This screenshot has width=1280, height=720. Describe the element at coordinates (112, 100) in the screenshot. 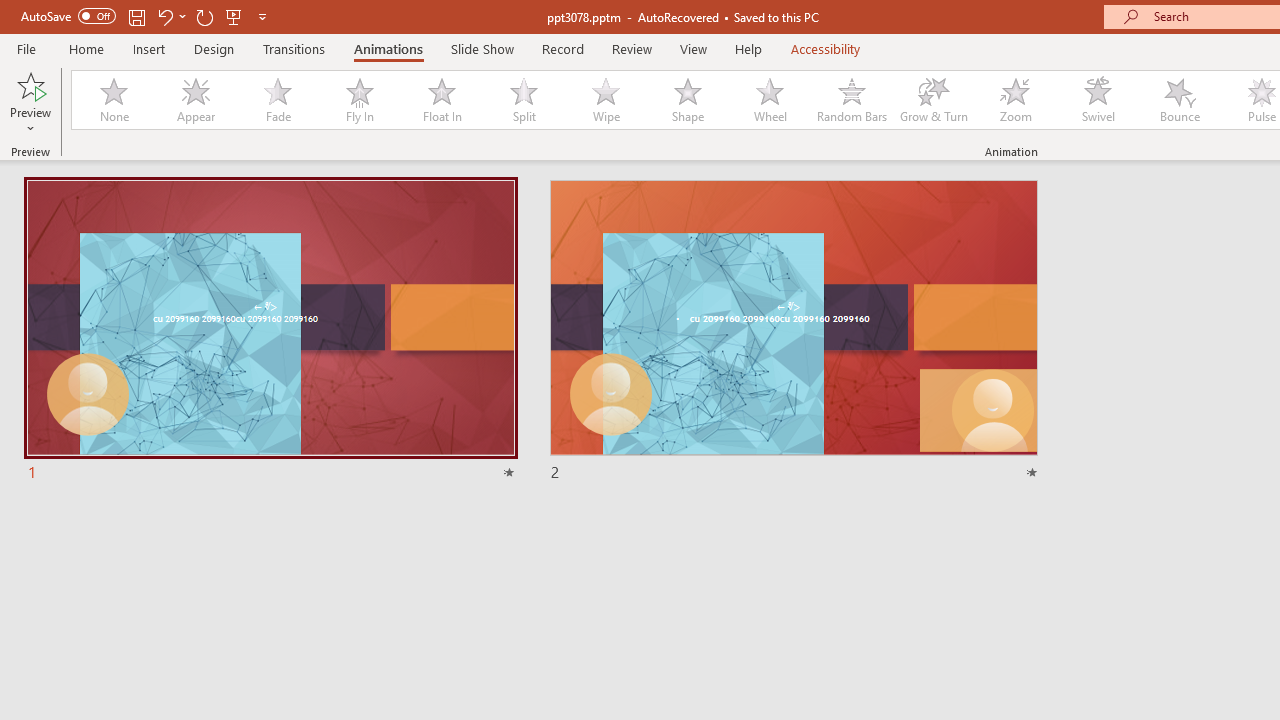

I see `'None'` at that location.